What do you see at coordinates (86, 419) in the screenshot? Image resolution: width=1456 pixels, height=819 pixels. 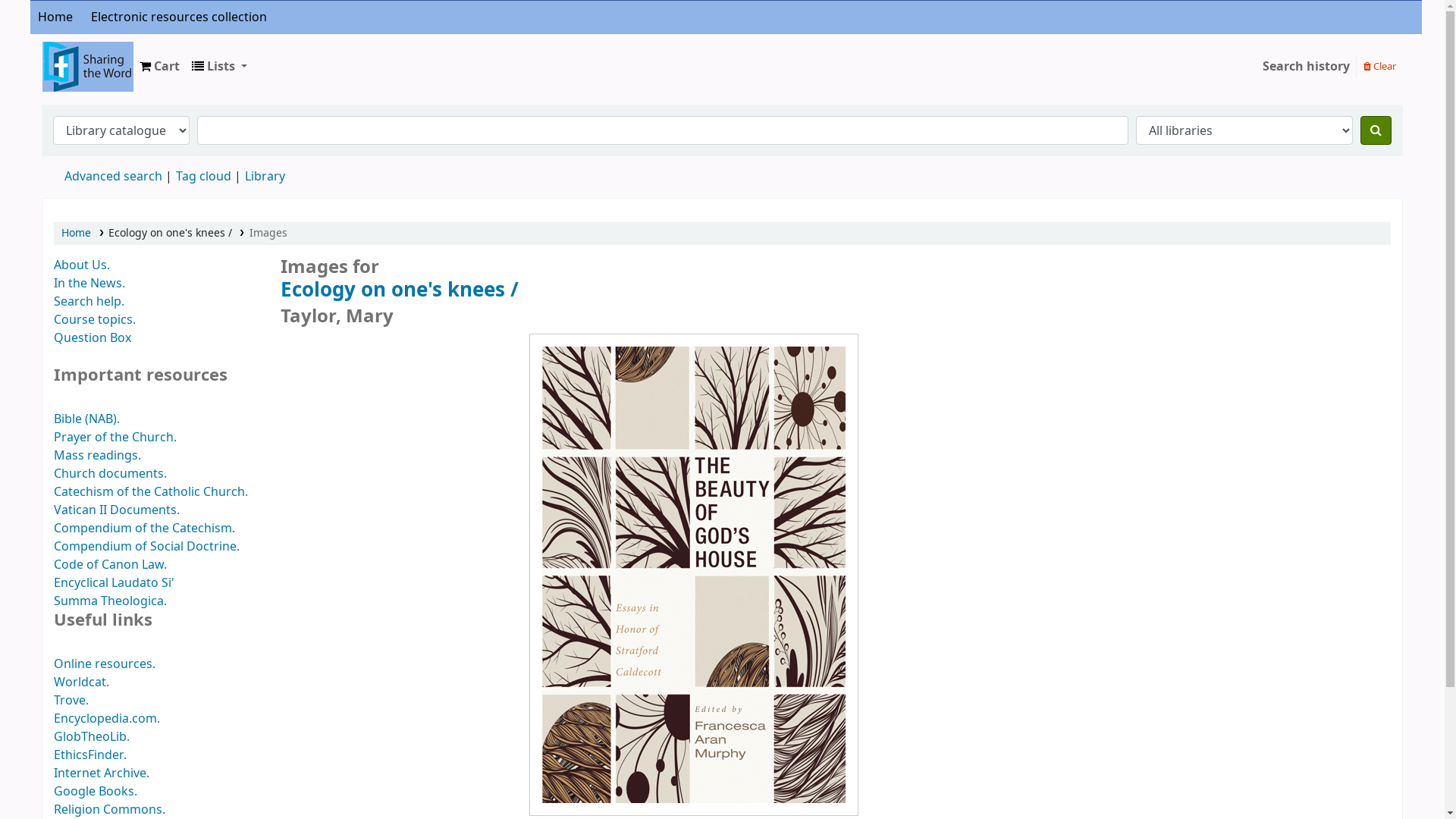 I see `'Bible (NAB).'` at bounding box center [86, 419].